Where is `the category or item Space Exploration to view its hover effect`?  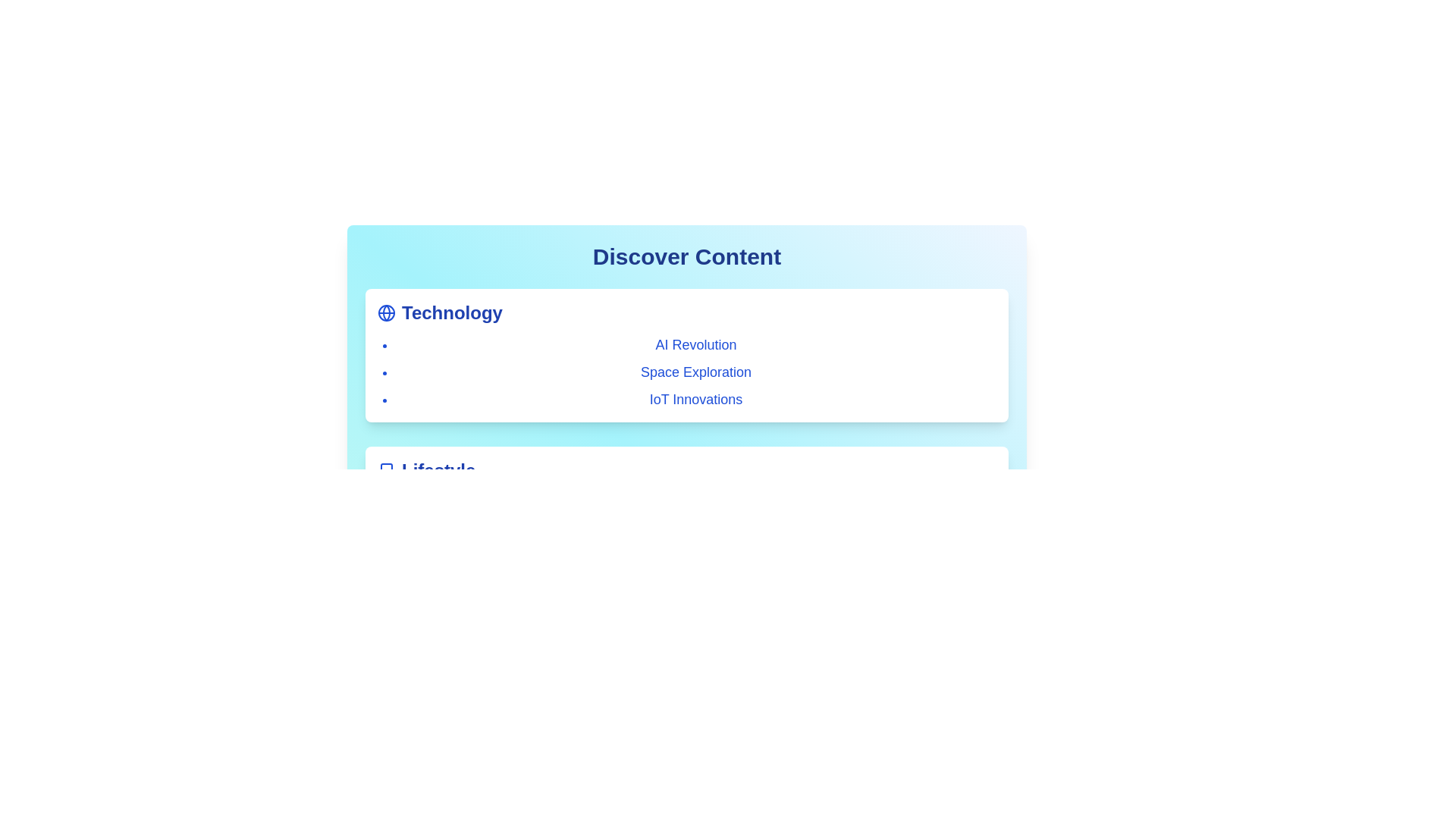
the category or item Space Exploration to view its hover effect is located at coordinates (695, 372).